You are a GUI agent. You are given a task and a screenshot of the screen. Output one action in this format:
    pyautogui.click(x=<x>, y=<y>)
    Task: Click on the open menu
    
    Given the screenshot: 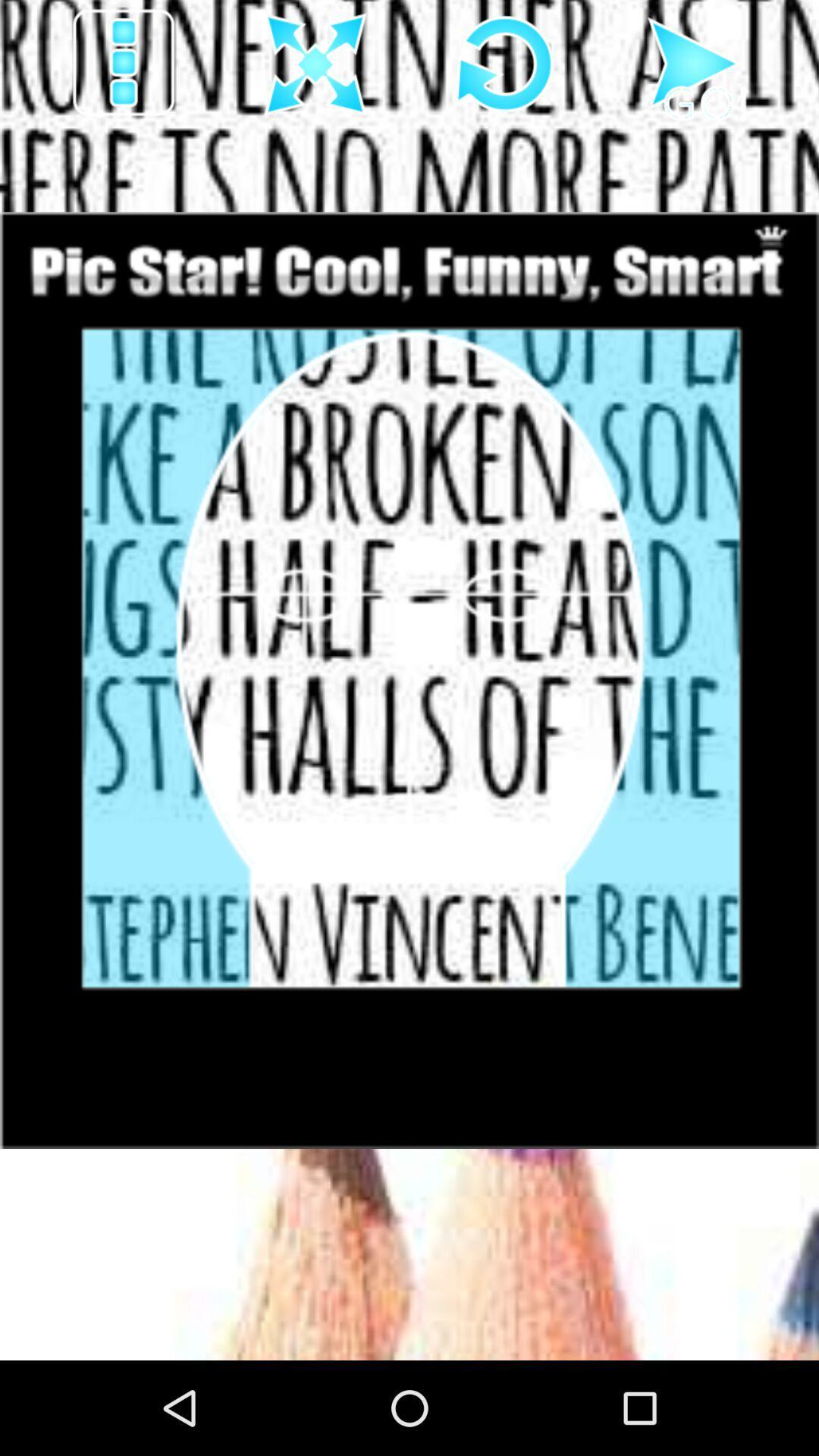 What is the action you would take?
    pyautogui.click(x=124, y=64)
    